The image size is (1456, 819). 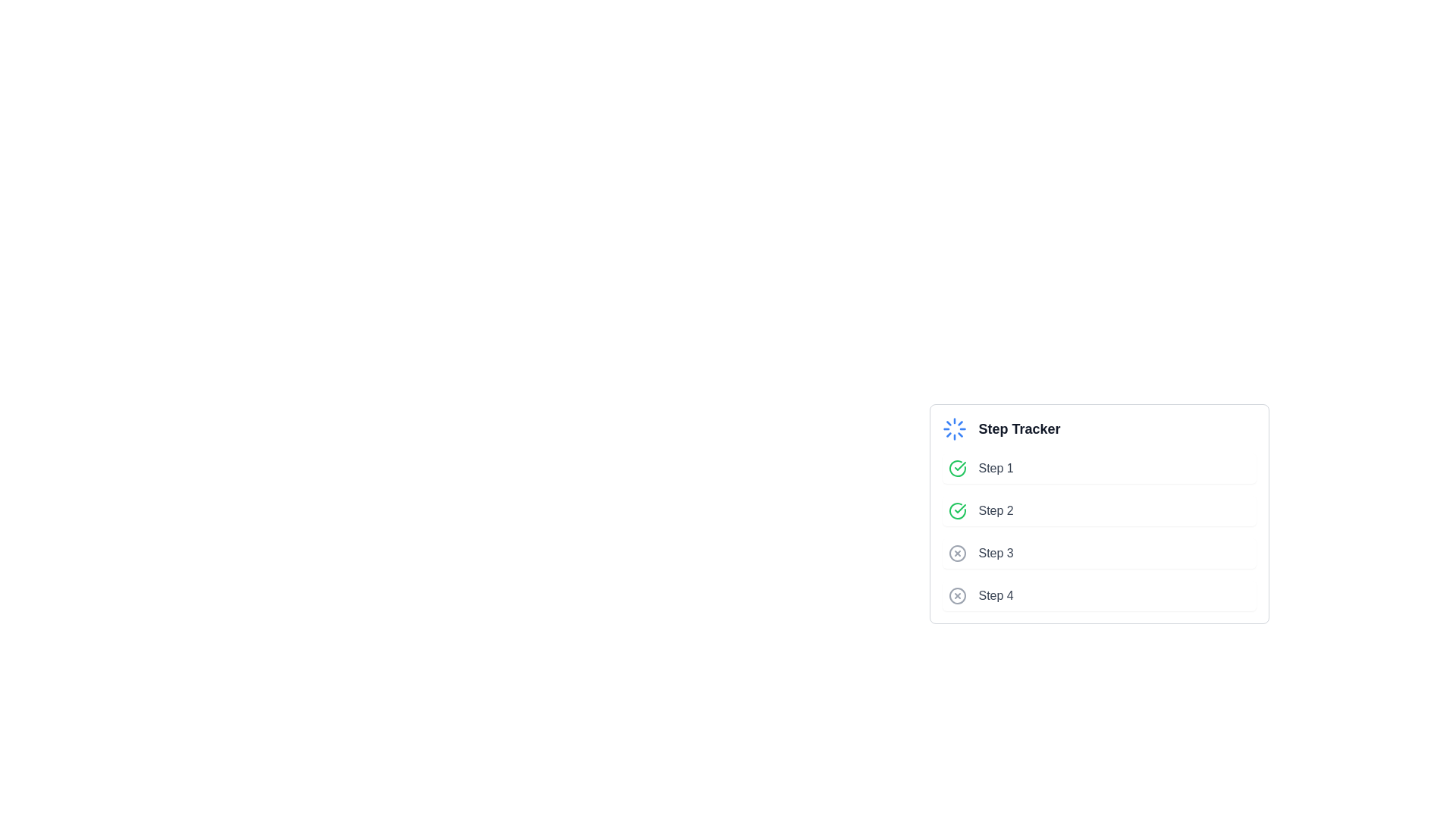 I want to click on the Text label displaying 'Step 4', which is styled with medium font weight and grey color, located in a multi-step tracker next to a circular icon indicating step status, so click(x=996, y=595).